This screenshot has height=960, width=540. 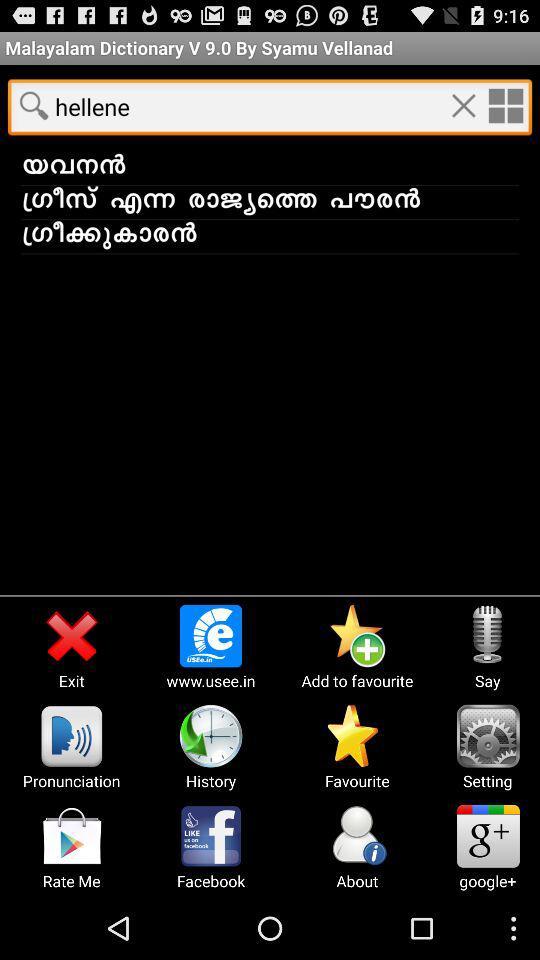 What do you see at coordinates (504, 105) in the screenshot?
I see `hellene` at bounding box center [504, 105].